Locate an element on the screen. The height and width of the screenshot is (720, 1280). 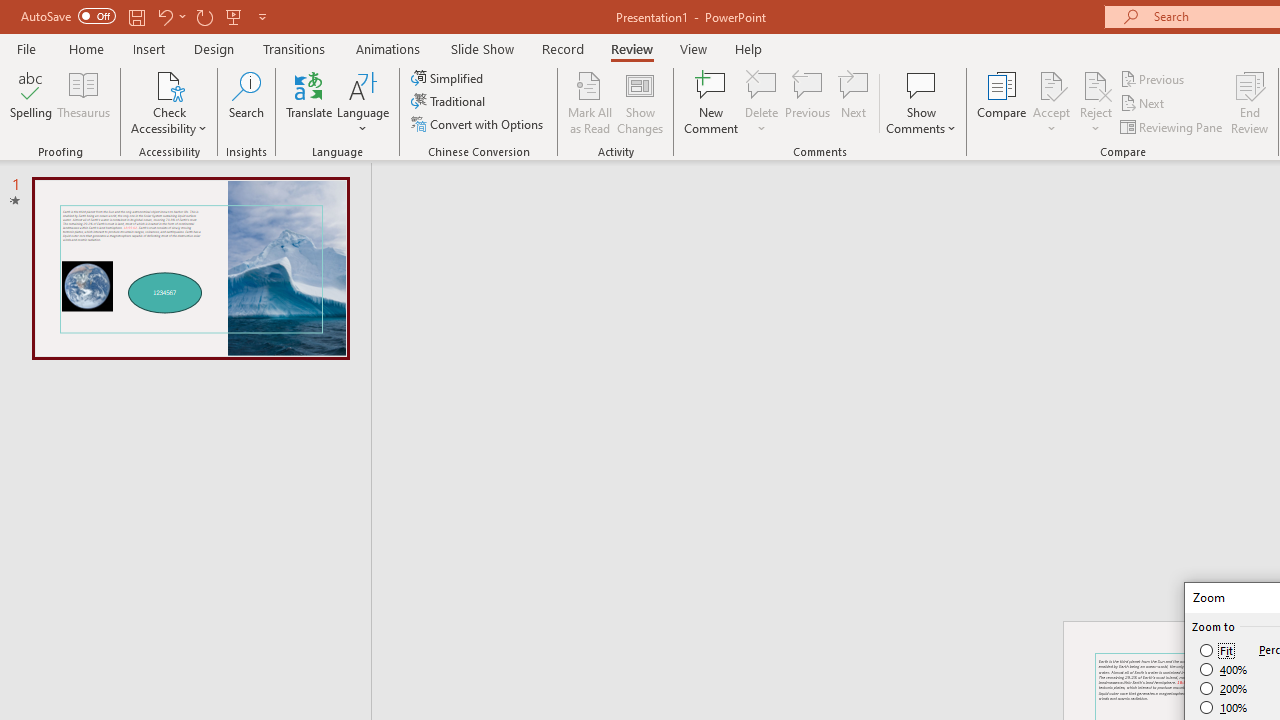
'400%' is located at coordinates (1223, 669).